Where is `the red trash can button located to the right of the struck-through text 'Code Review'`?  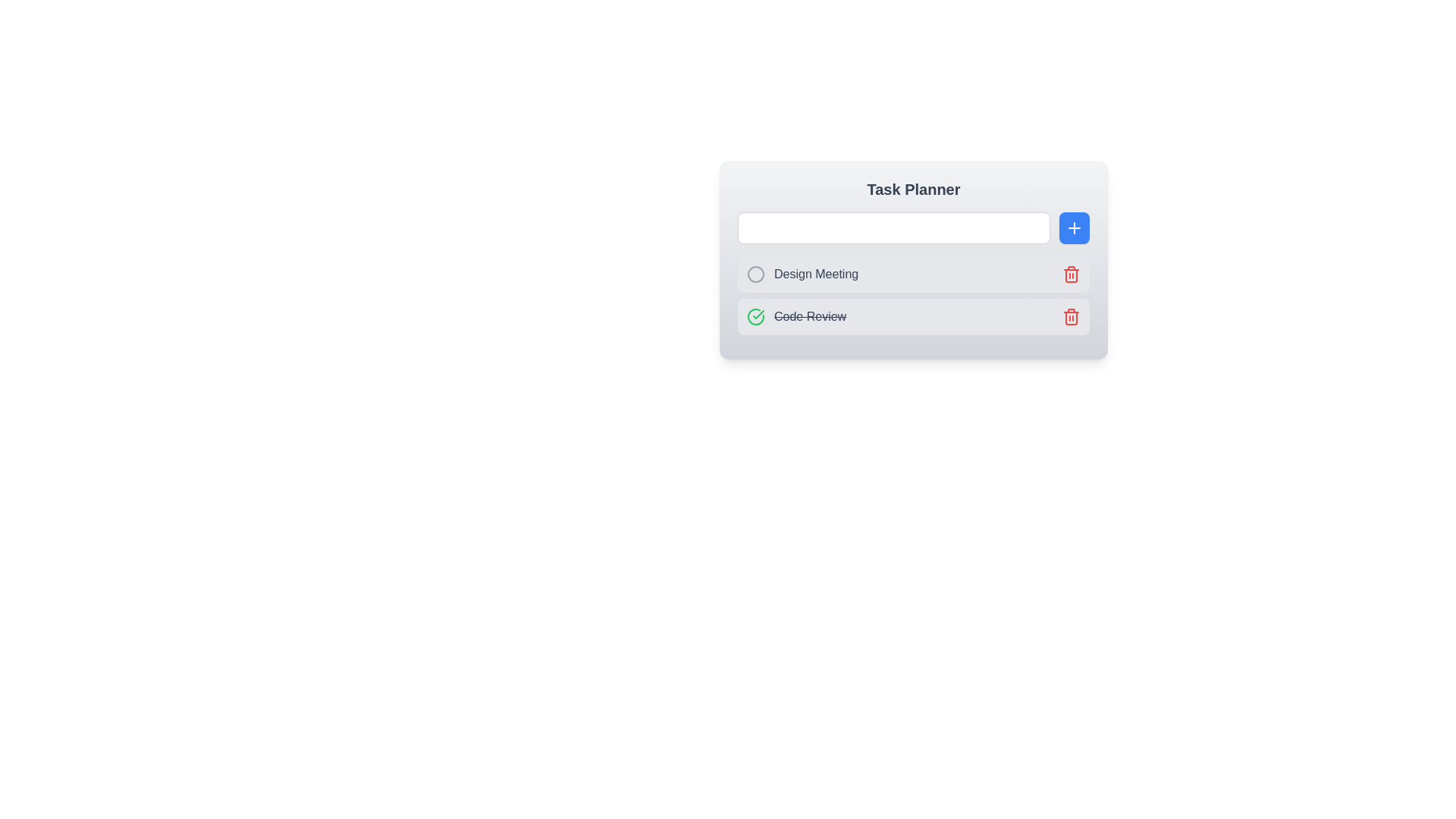 the red trash can button located to the right of the struck-through text 'Code Review' is located at coordinates (1065, 315).